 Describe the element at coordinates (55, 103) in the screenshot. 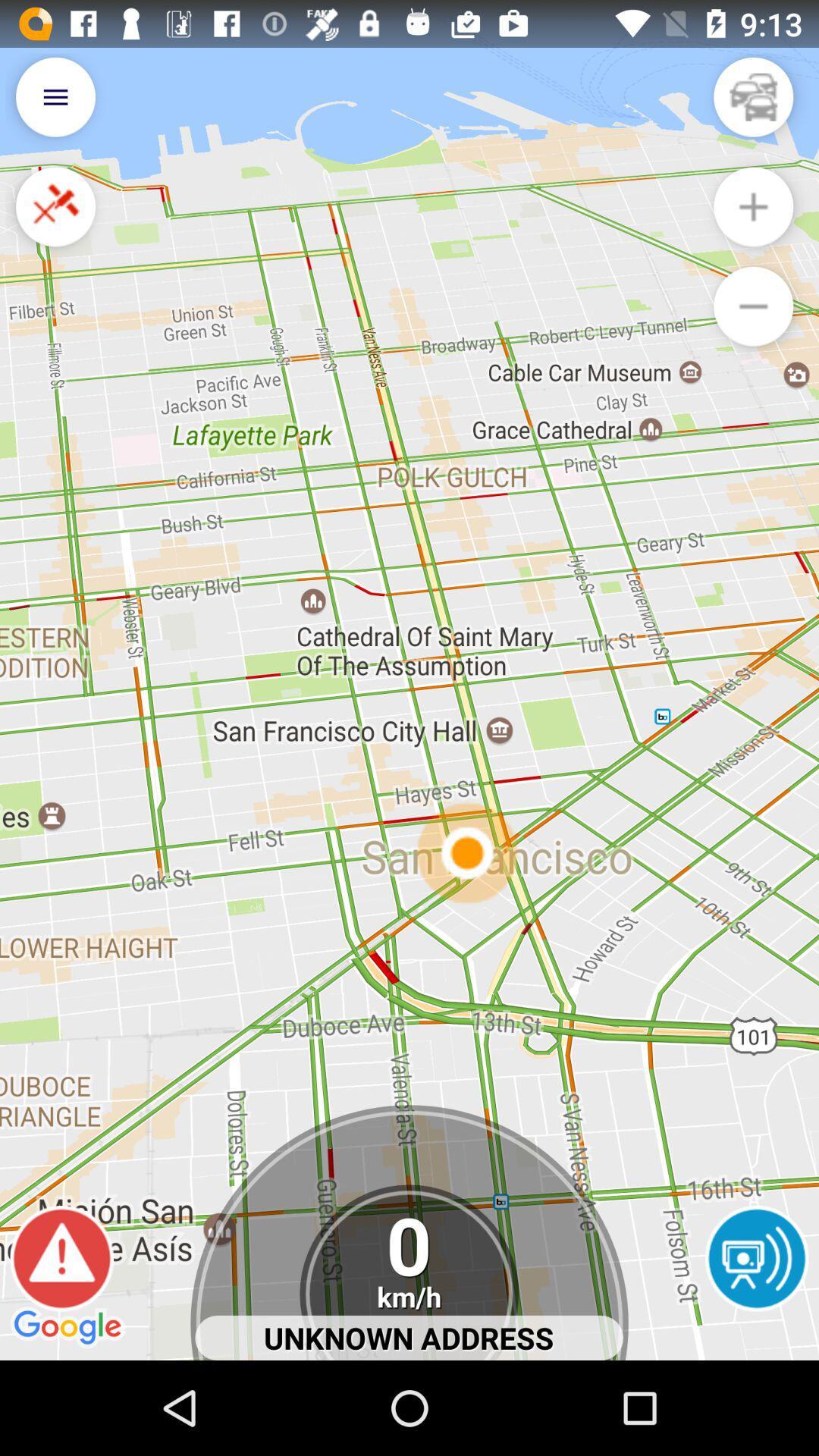

I see `the menu icon` at that location.